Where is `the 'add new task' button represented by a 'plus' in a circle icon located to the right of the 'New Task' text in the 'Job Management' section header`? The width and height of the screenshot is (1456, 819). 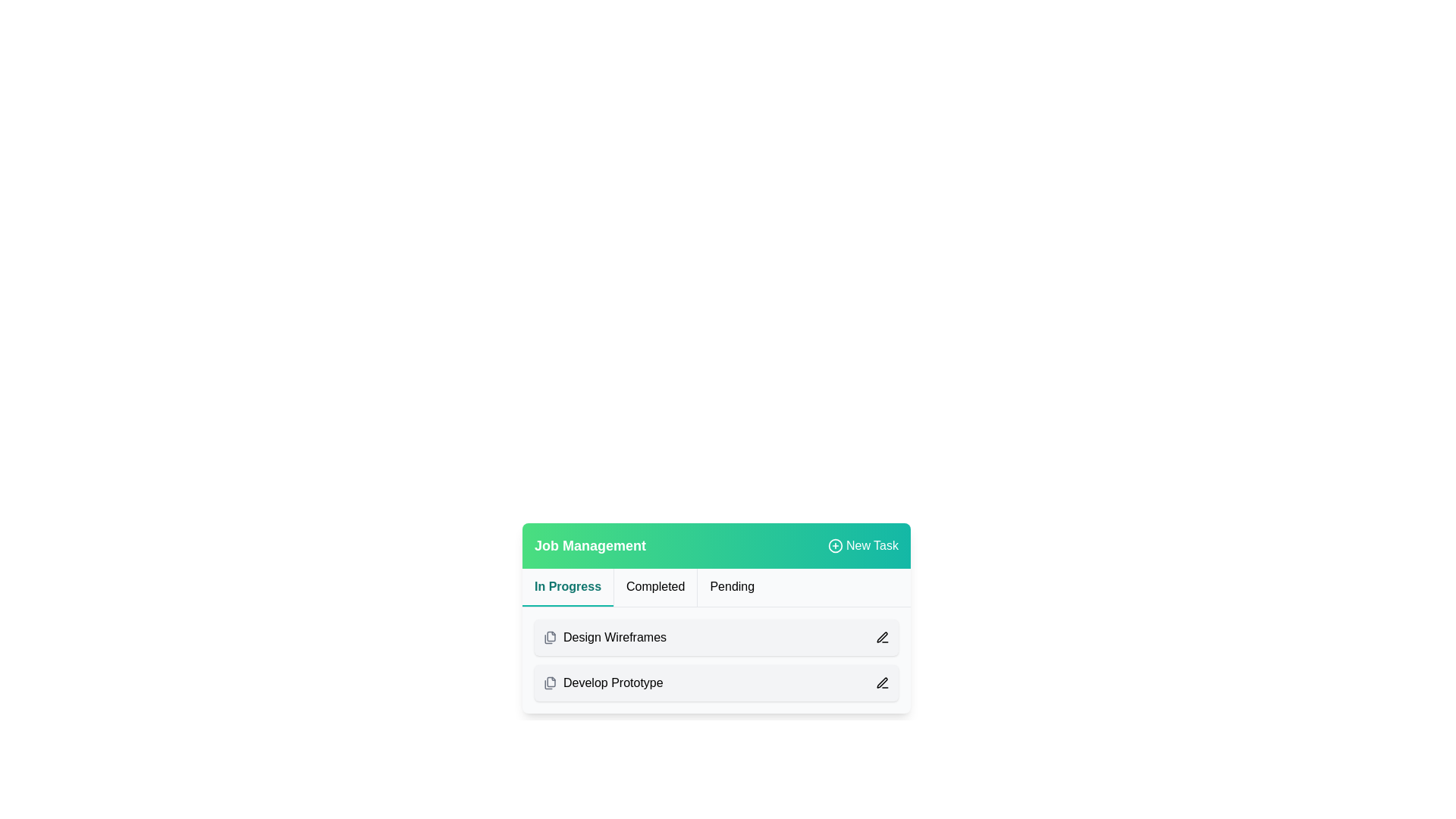 the 'add new task' button represented by a 'plus' in a circle icon located to the right of the 'New Task' text in the 'Job Management' section header is located at coordinates (834, 546).